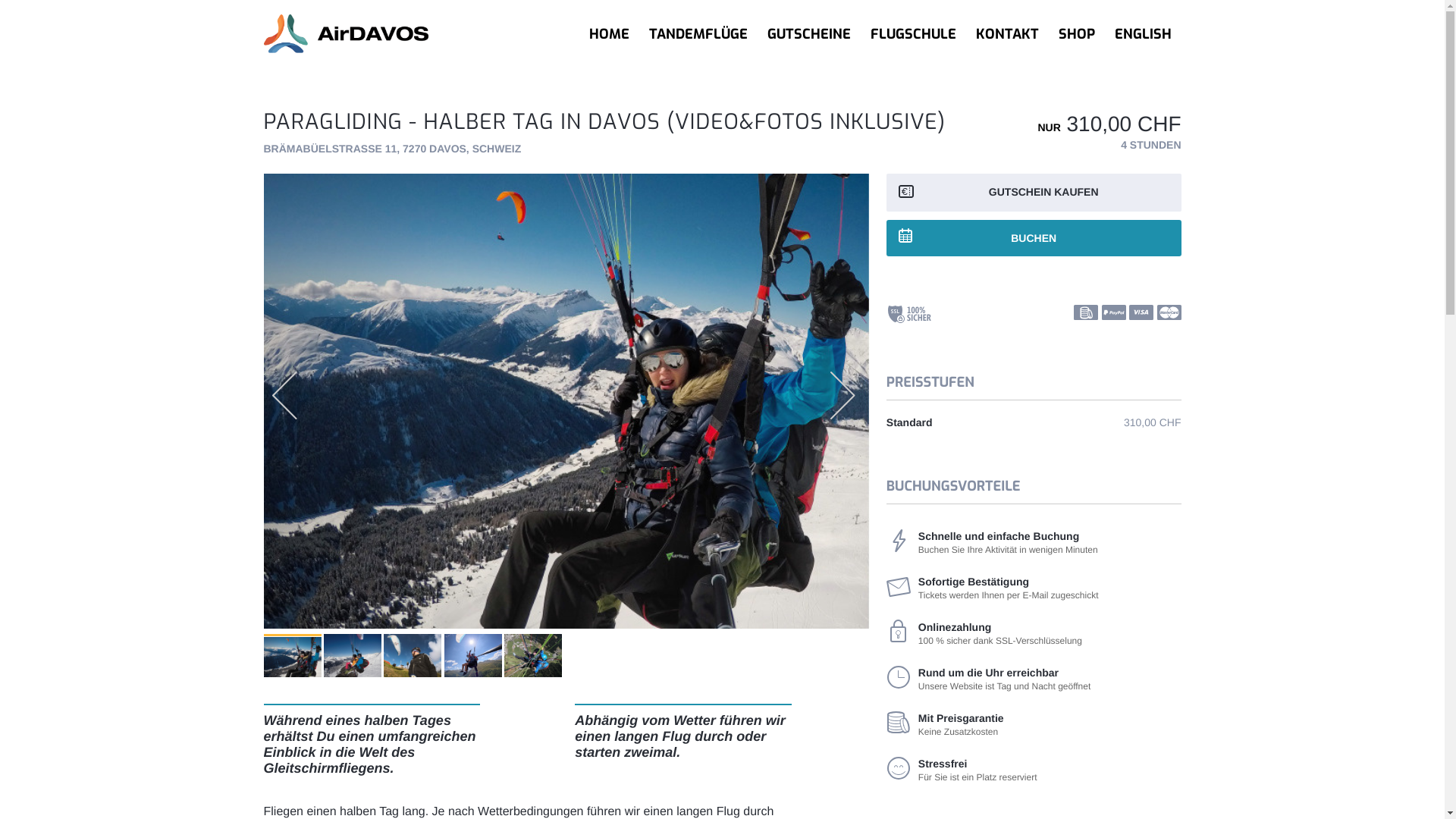 Image resolution: width=1456 pixels, height=819 pixels. What do you see at coordinates (1033, 237) in the screenshot?
I see `'BUCHEN'` at bounding box center [1033, 237].